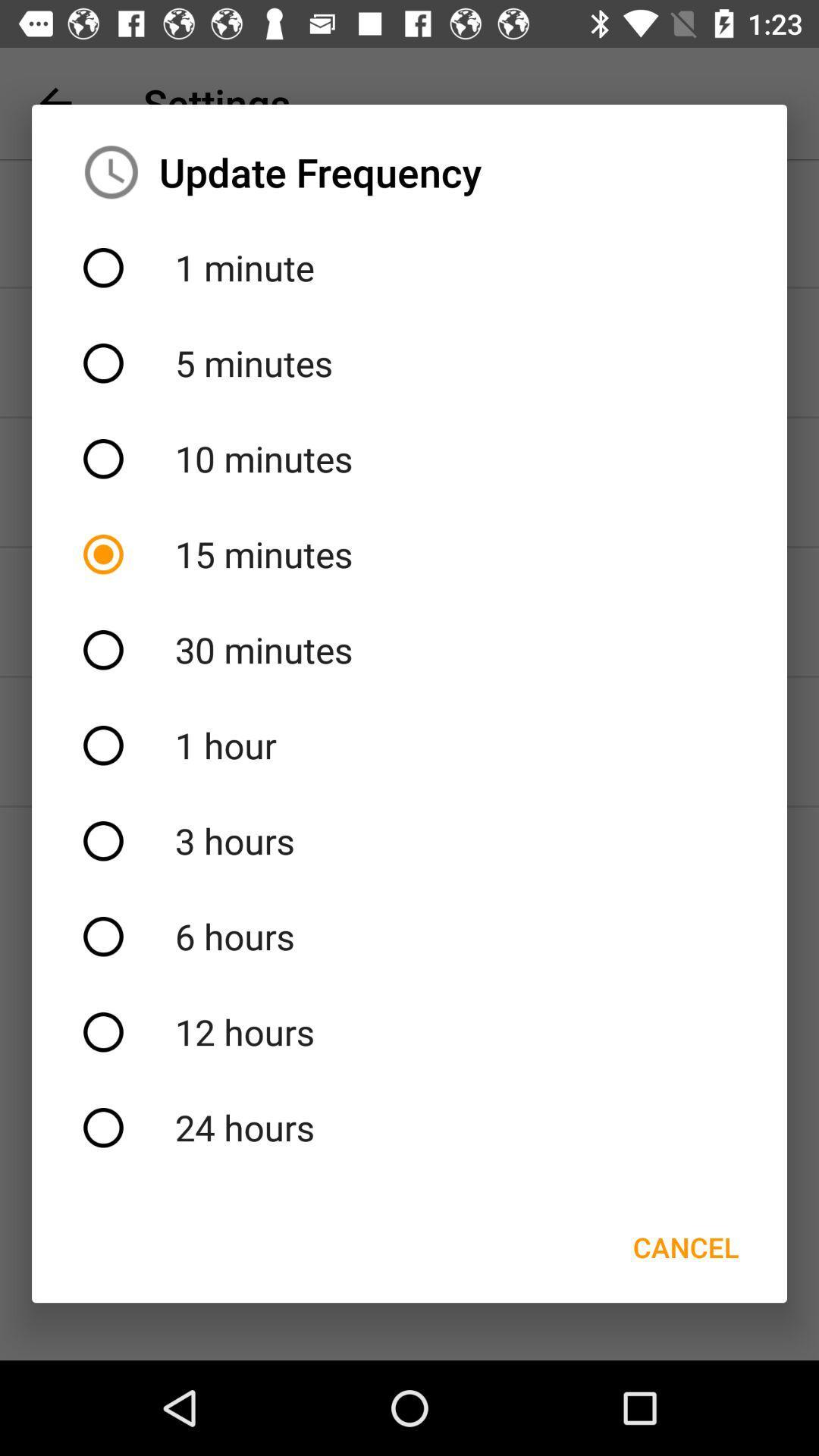 This screenshot has height=1456, width=819. What do you see at coordinates (409, 650) in the screenshot?
I see `the 30 minutes item` at bounding box center [409, 650].